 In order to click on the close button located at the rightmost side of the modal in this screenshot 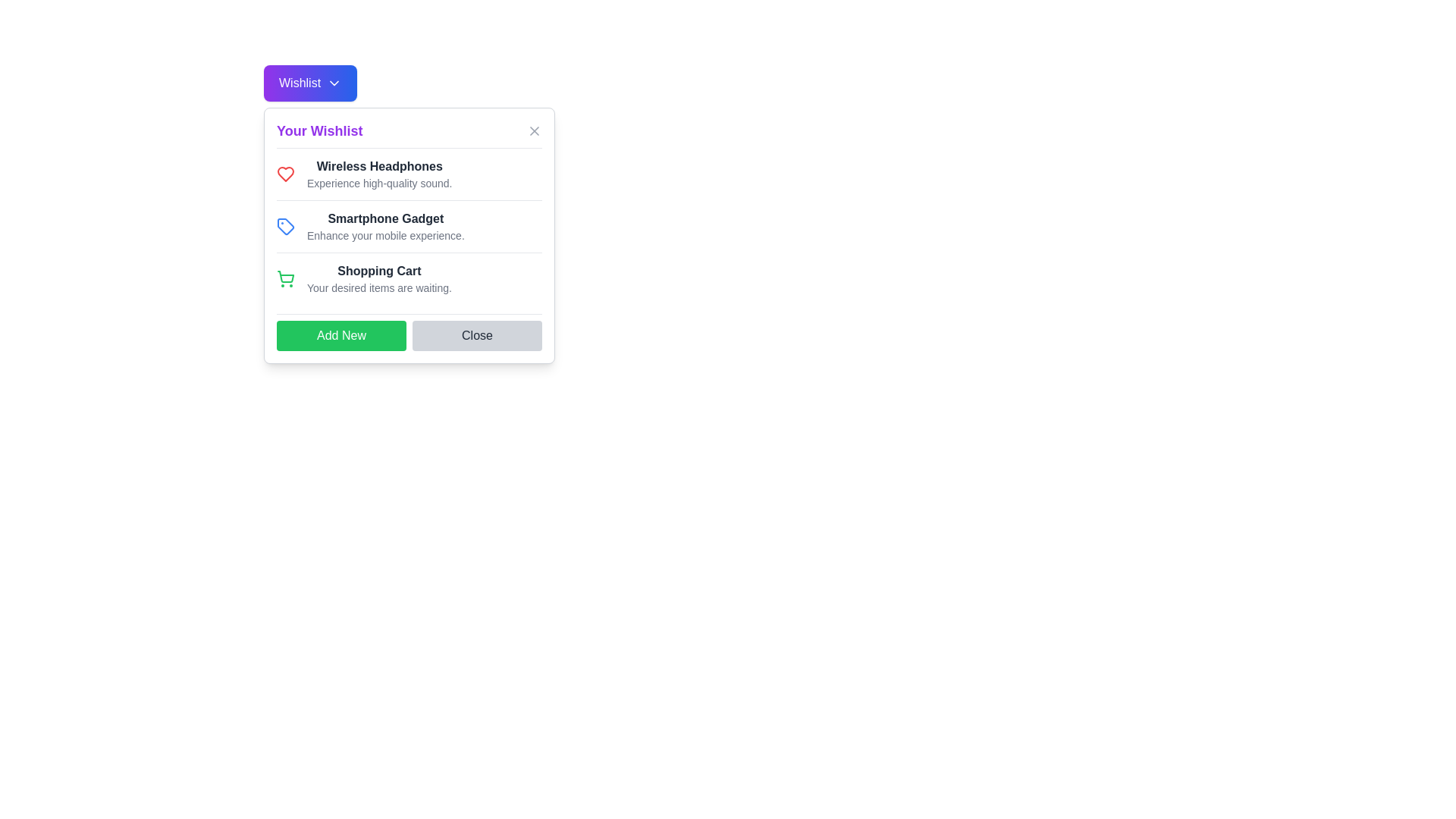, I will do `click(476, 335)`.